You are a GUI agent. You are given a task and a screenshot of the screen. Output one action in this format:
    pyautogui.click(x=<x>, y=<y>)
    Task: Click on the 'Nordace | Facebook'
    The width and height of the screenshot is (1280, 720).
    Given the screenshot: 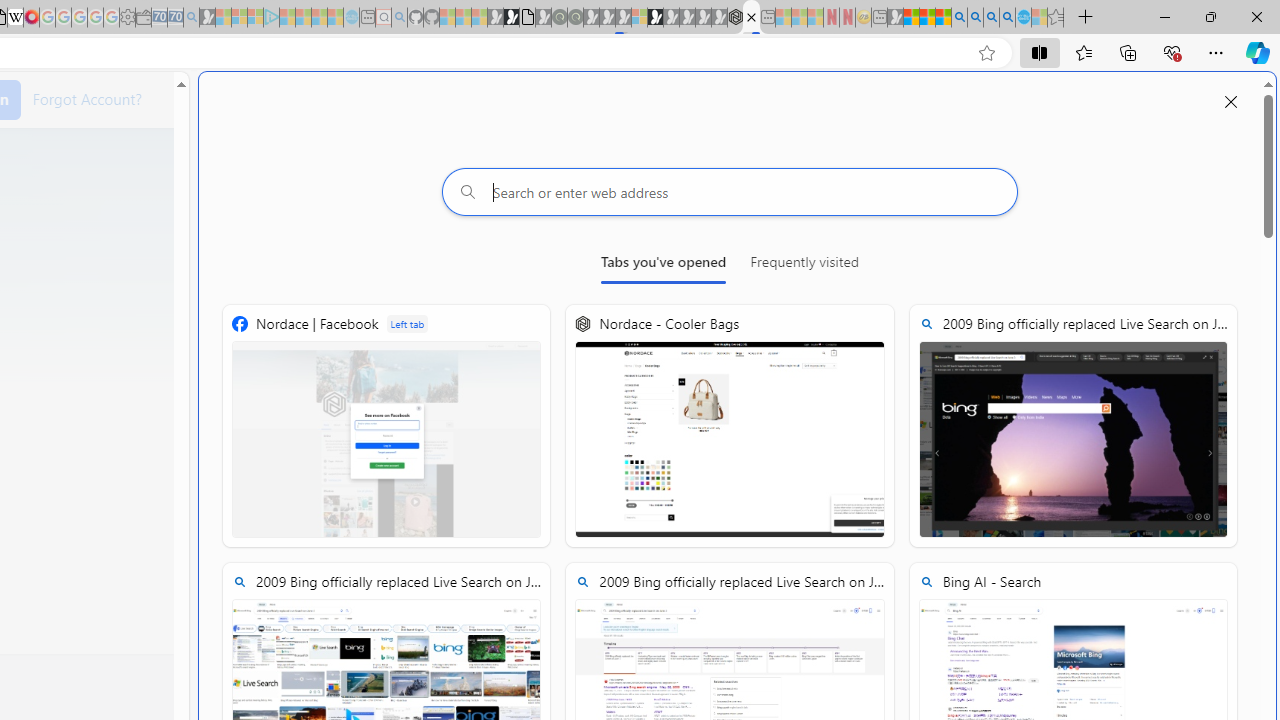 What is the action you would take?
    pyautogui.click(x=386, y=425)
    